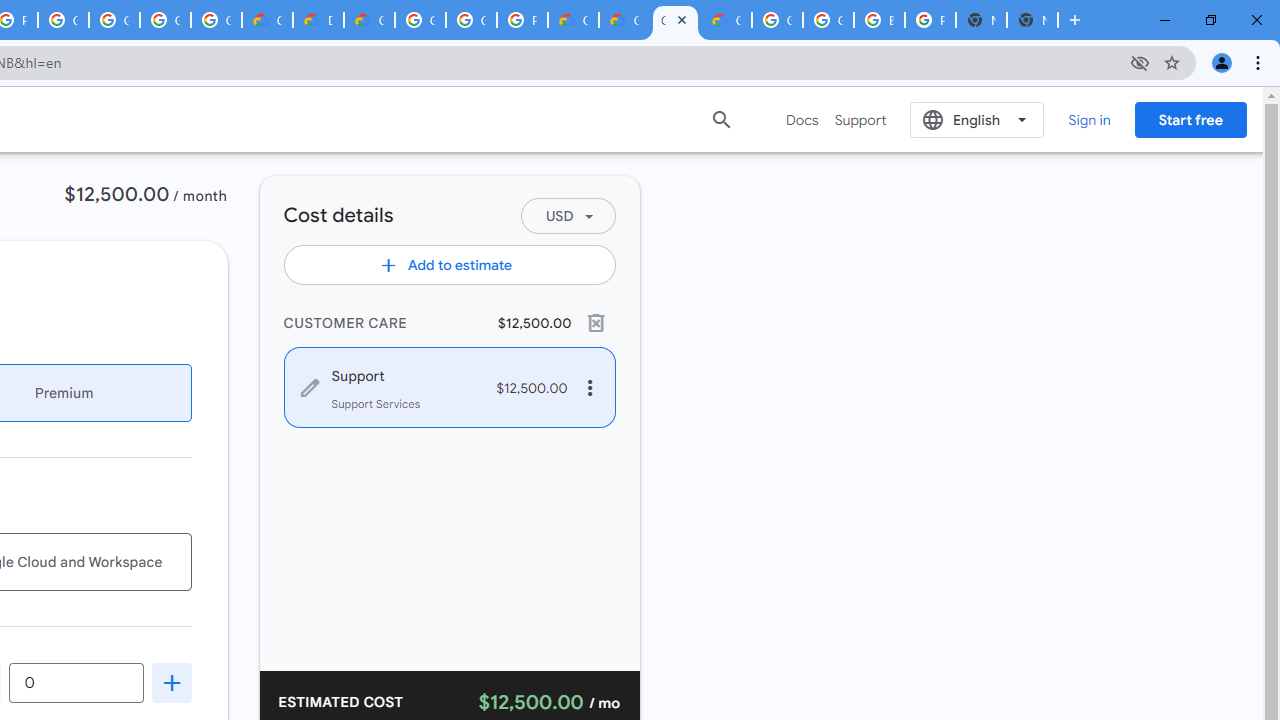 This screenshot has height=720, width=1280. What do you see at coordinates (623, 20) in the screenshot?
I see `'Google Cloud Pricing Calculator'` at bounding box center [623, 20].